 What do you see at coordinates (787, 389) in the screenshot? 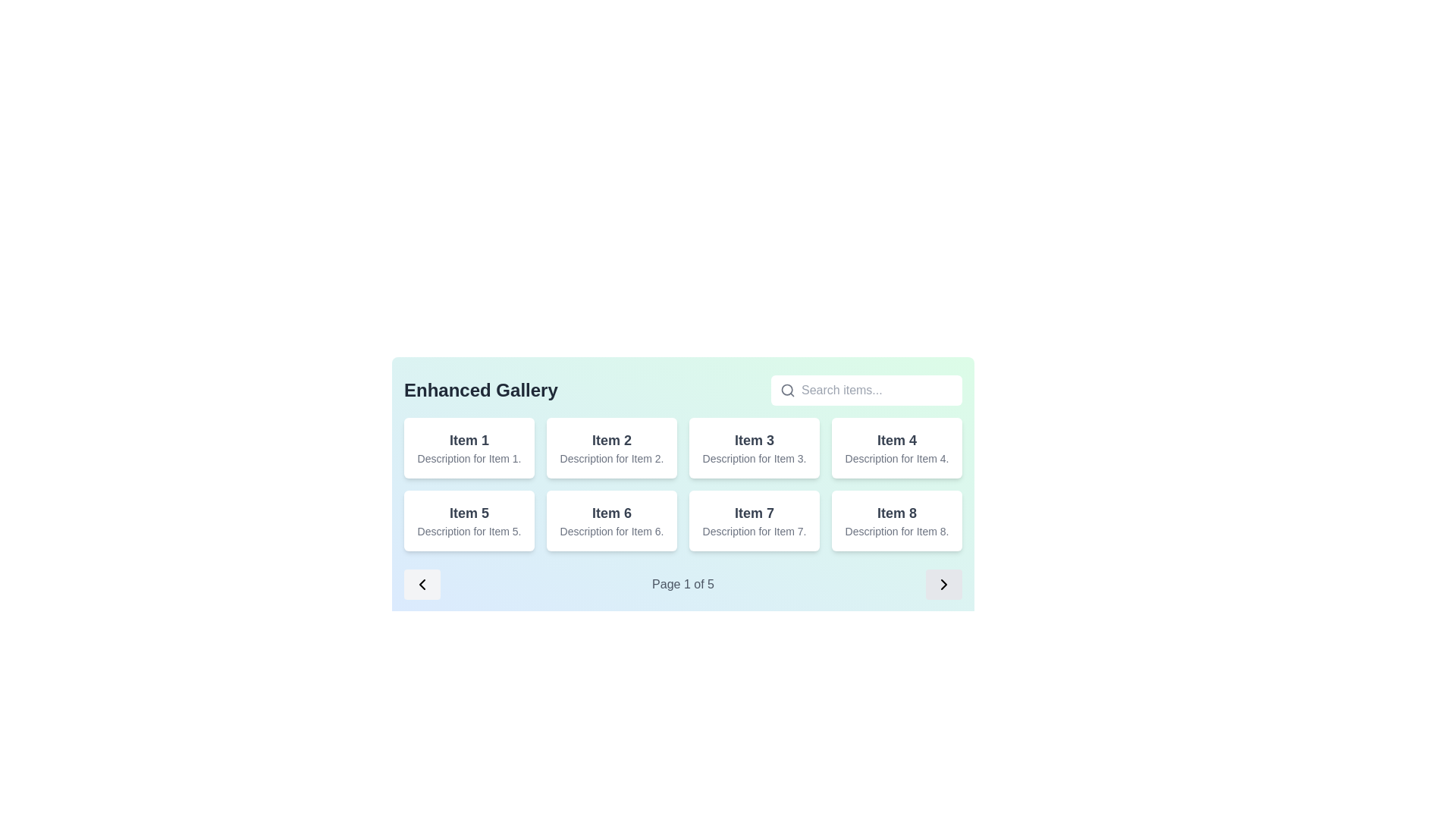
I see `the circular component of the search icon located within the search input field at the top-right corner of the application interface` at bounding box center [787, 389].